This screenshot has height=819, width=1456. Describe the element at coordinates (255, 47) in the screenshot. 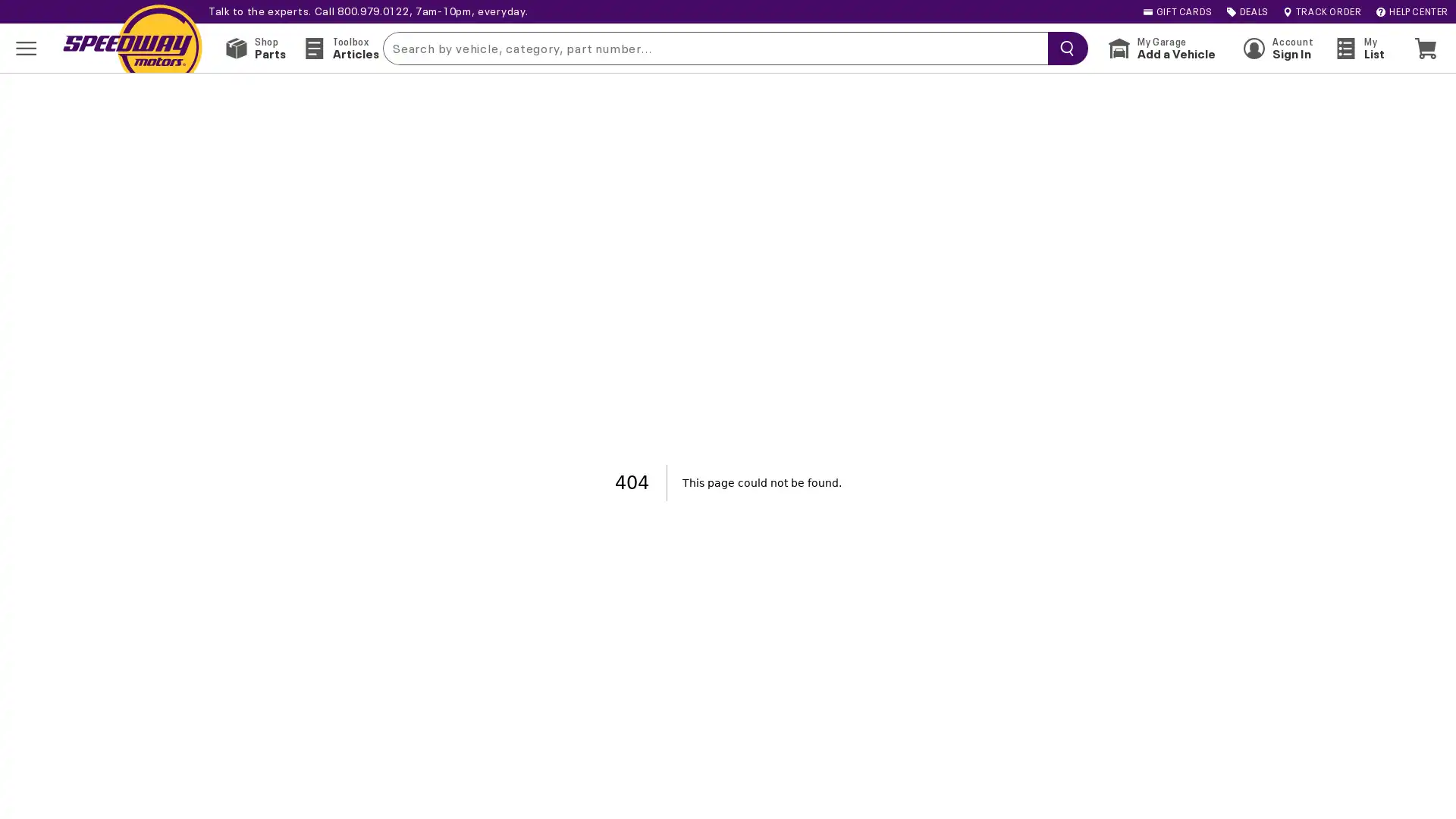

I see `Shop Parts` at that location.